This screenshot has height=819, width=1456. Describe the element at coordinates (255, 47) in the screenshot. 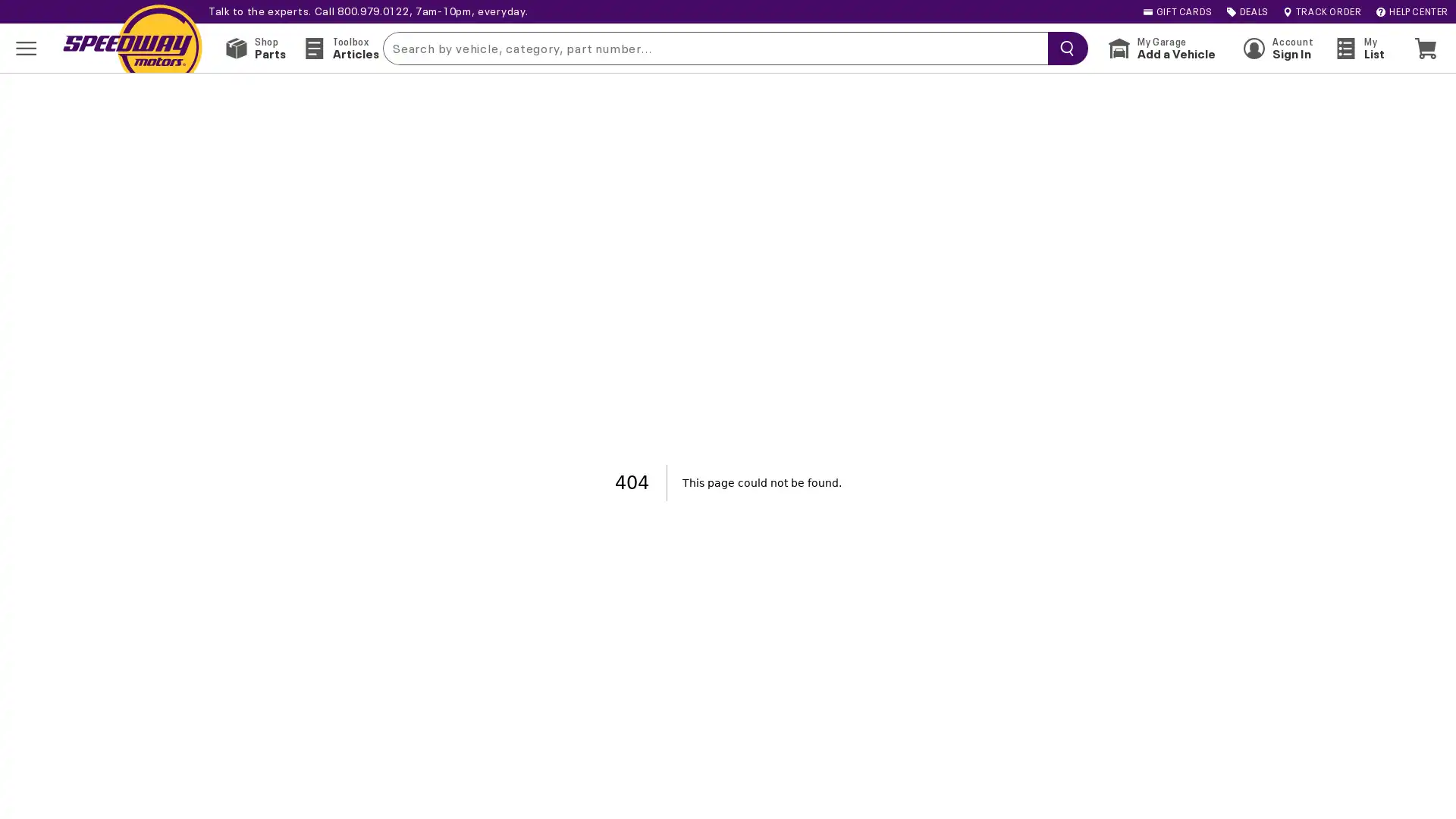

I see `Shop Parts` at that location.